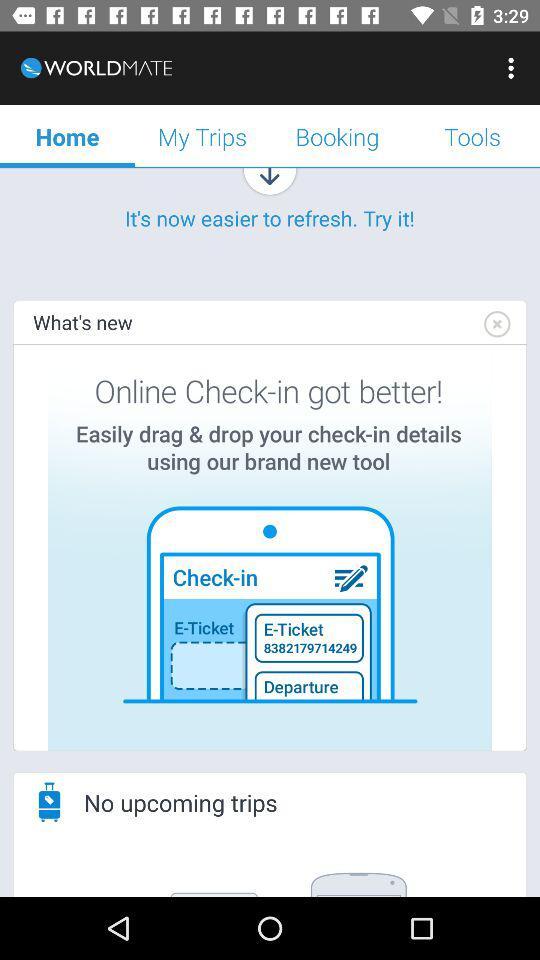  Describe the element at coordinates (495, 324) in the screenshot. I see `the item to the right of what's new icon` at that location.